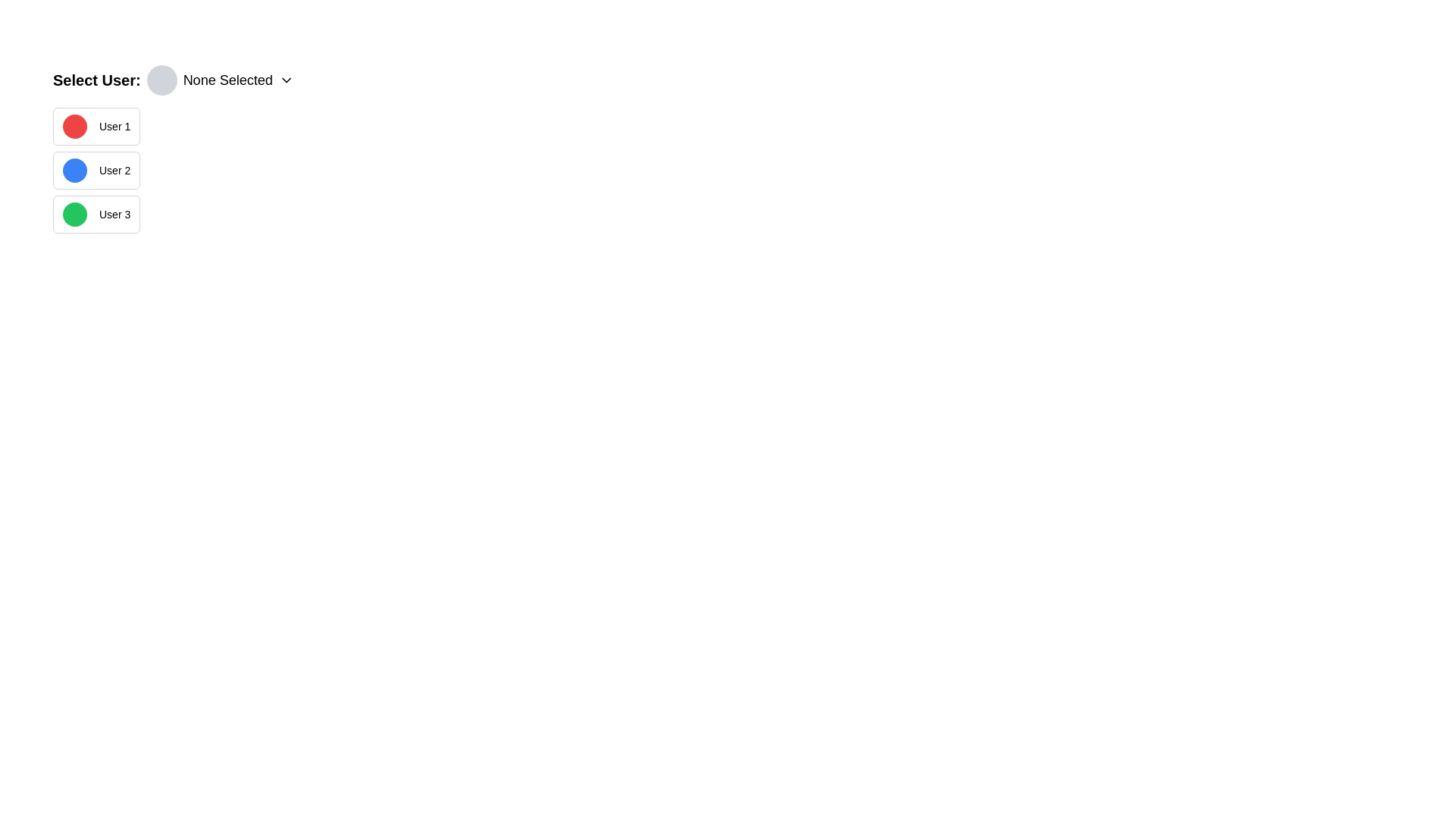 This screenshot has height=819, width=1456. What do you see at coordinates (177, 80) in the screenshot?
I see `the dropdown selector for choosing a user, located at the top of the interface section` at bounding box center [177, 80].